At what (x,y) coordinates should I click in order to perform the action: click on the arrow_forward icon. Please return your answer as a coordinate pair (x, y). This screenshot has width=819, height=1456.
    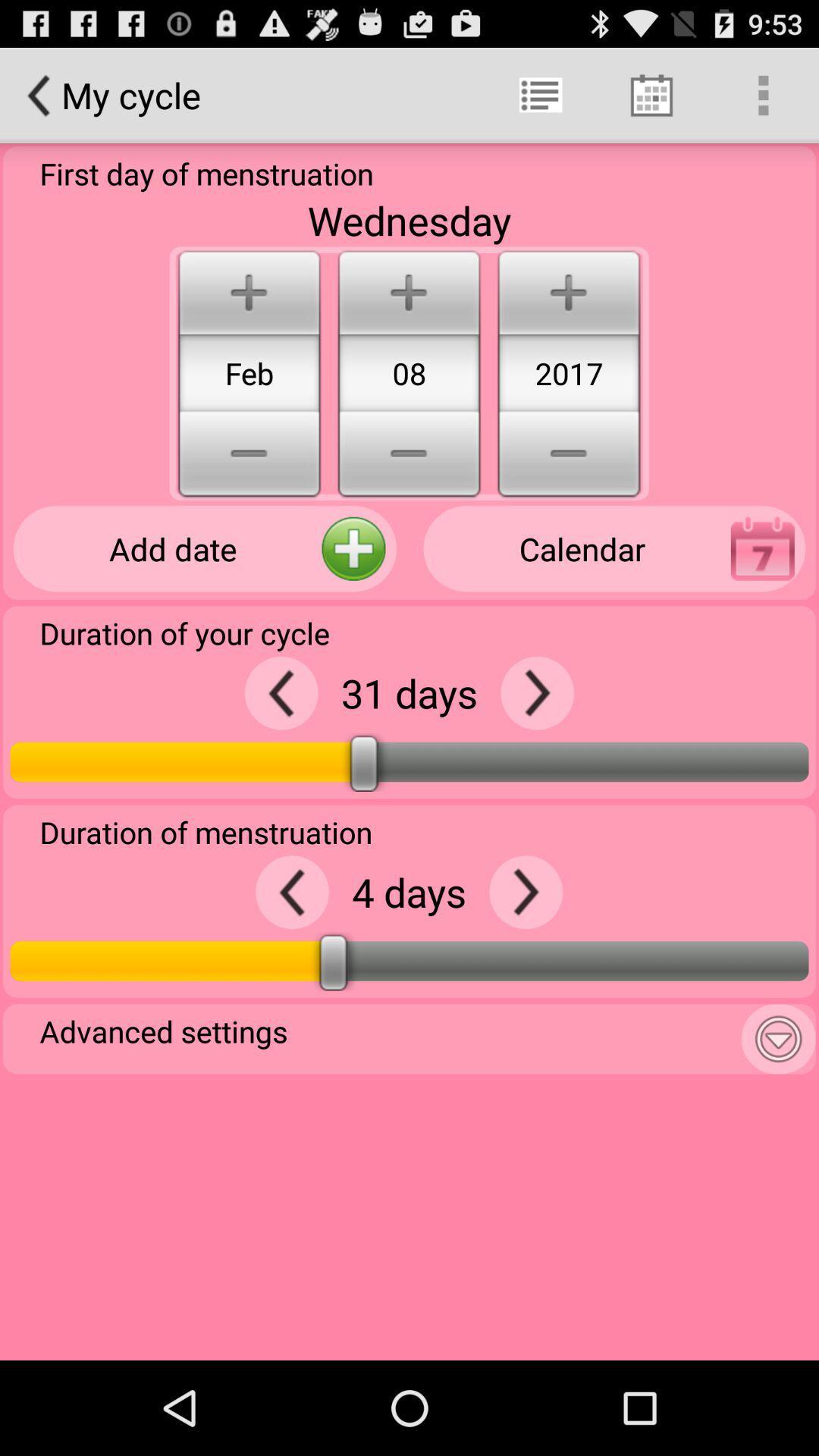
    Looking at the image, I should click on (525, 954).